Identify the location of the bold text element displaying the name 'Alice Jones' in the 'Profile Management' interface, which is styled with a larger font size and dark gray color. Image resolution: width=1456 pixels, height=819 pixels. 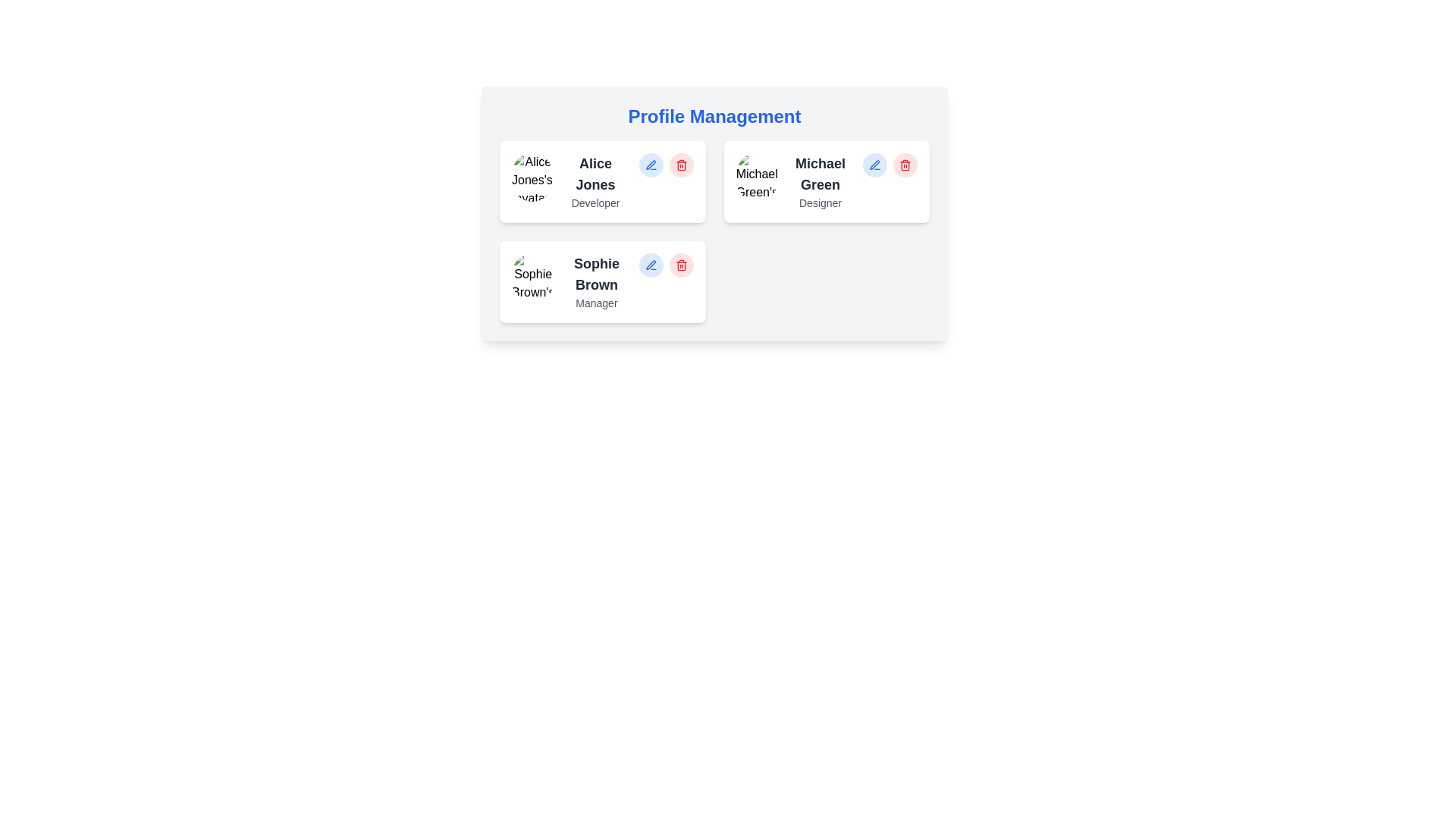
(595, 174).